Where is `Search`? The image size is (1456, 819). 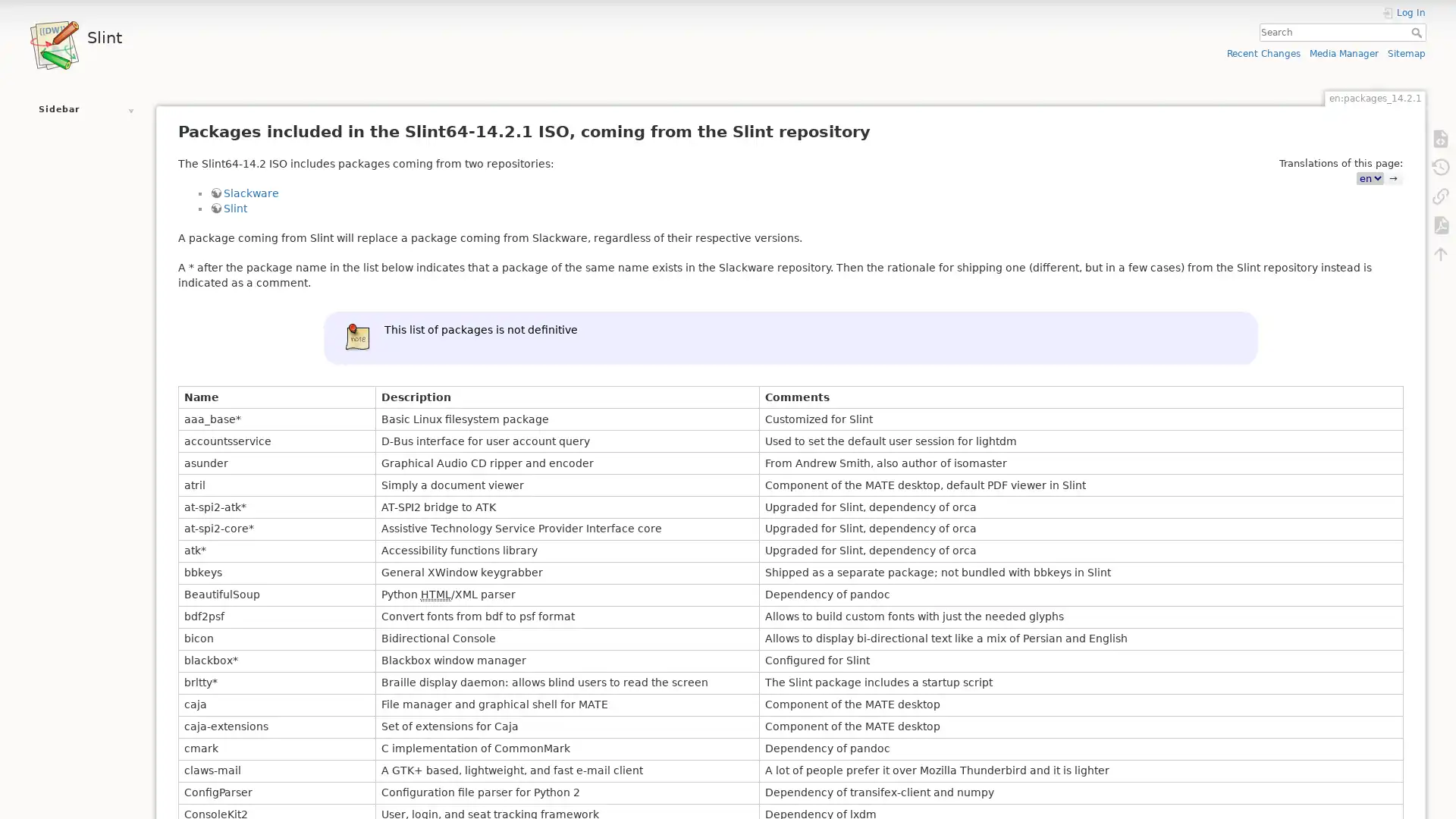
Search is located at coordinates (1417, 32).